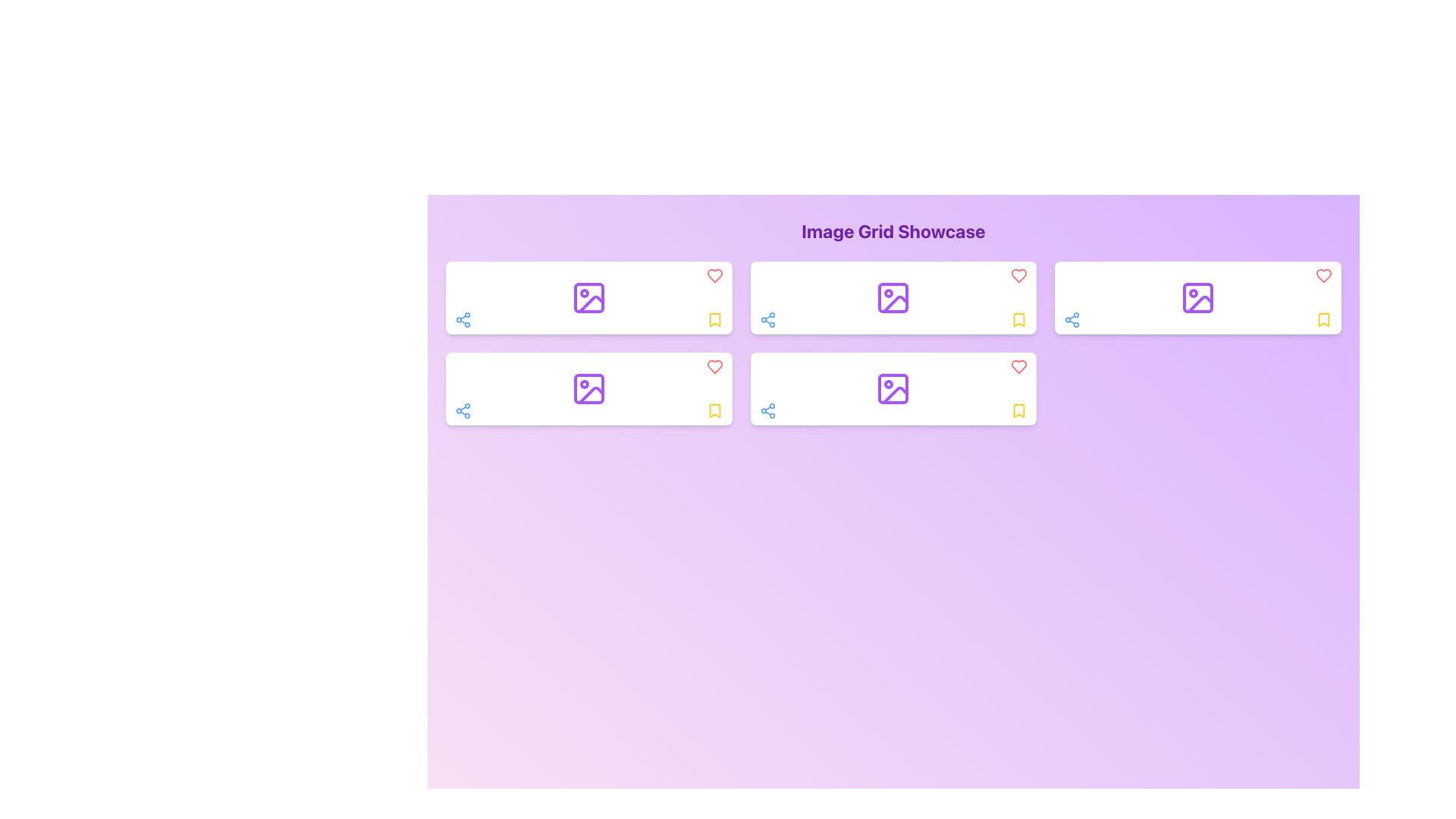 This screenshot has height=819, width=1456. What do you see at coordinates (1323, 275) in the screenshot?
I see `the heart icon button outlined in red located in the top-right corner of the fifth card in the grid layout to like or unlike the associated content` at bounding box center [1323, 275].